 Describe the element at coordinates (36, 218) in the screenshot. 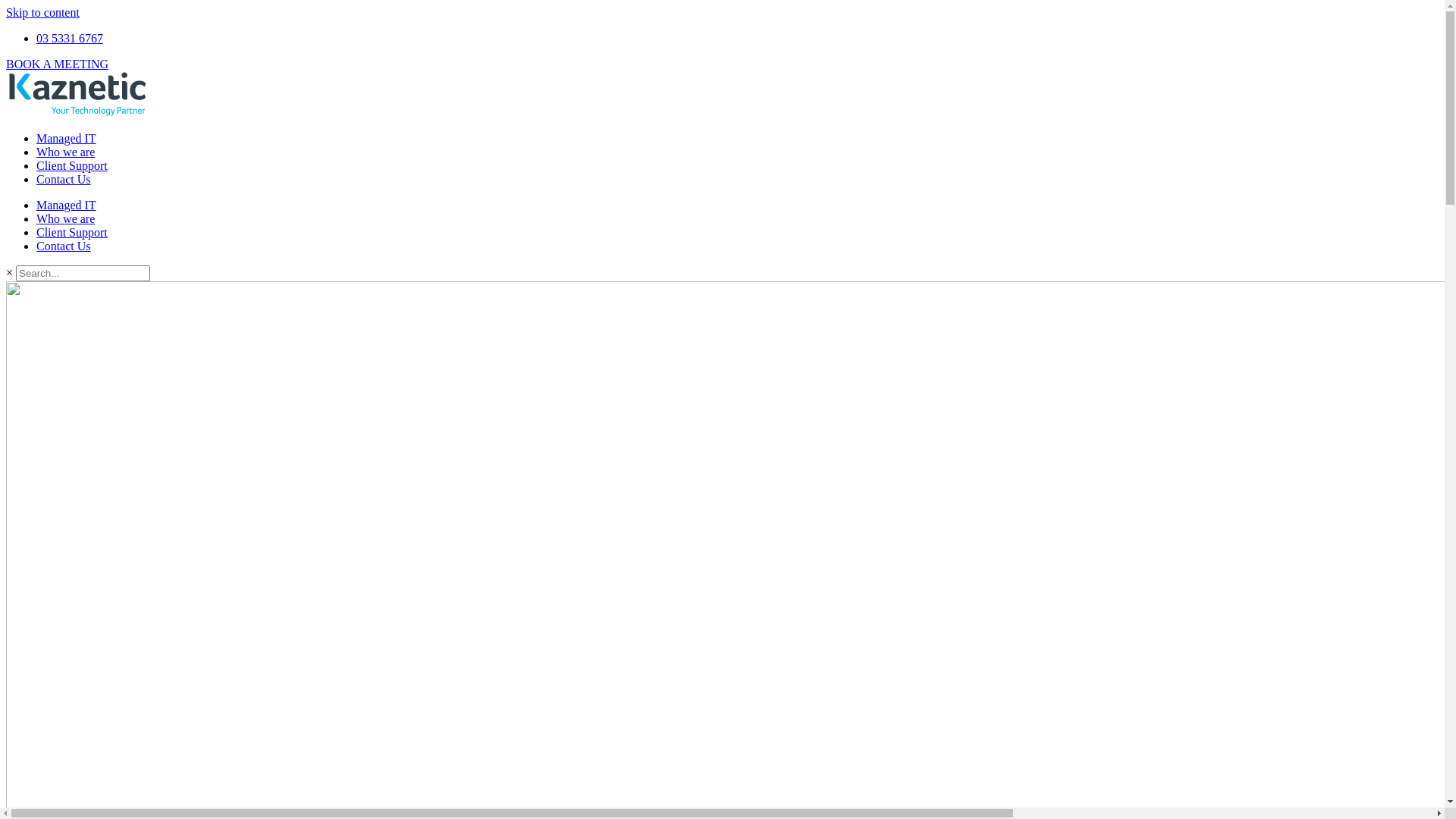

I see `'Who we are'` at that location.